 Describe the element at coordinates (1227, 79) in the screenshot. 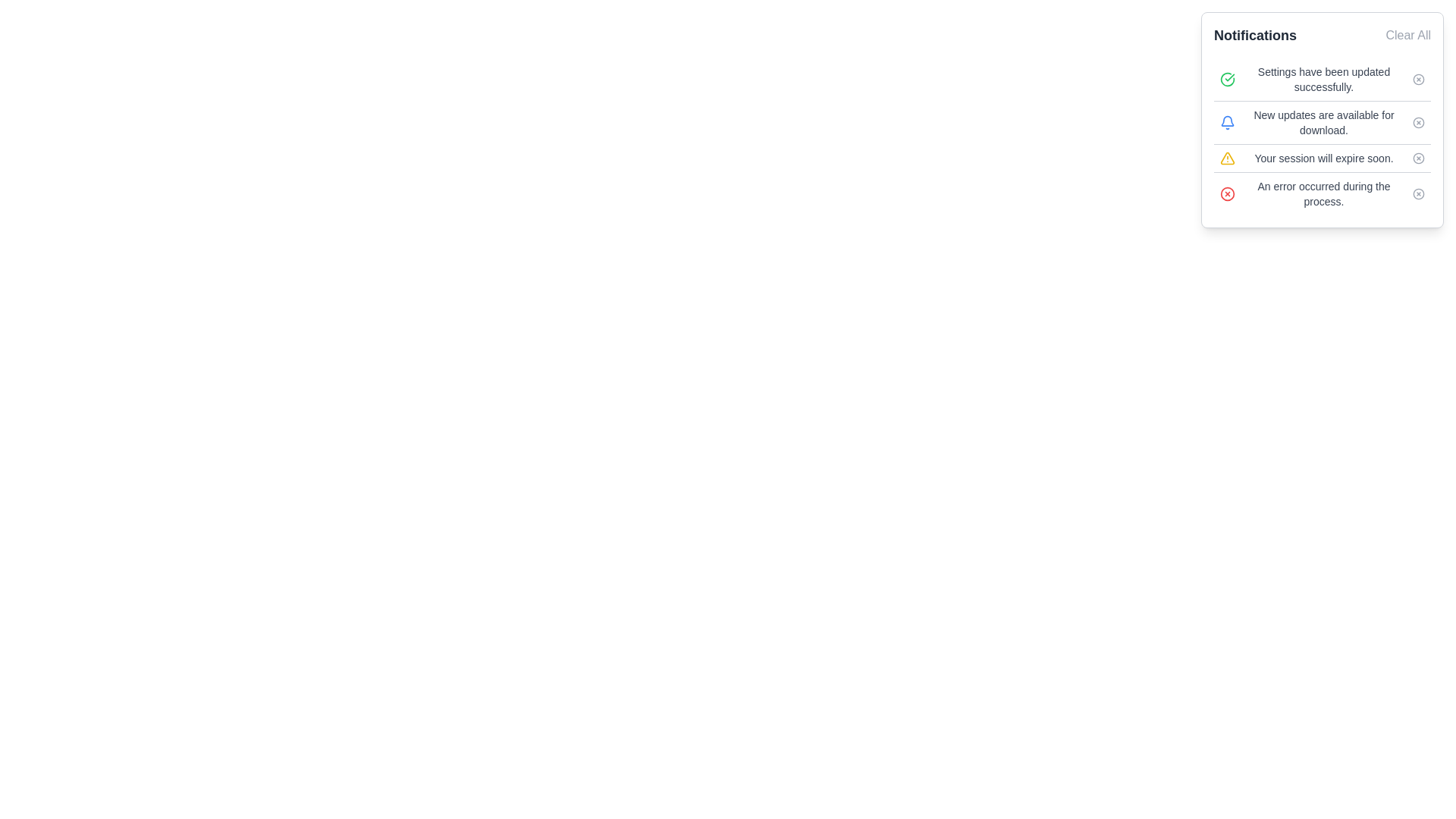

I see `the circular green icon with a white border and a tick mark inside, located at the top-left corner of the Notifications panel` at that location.